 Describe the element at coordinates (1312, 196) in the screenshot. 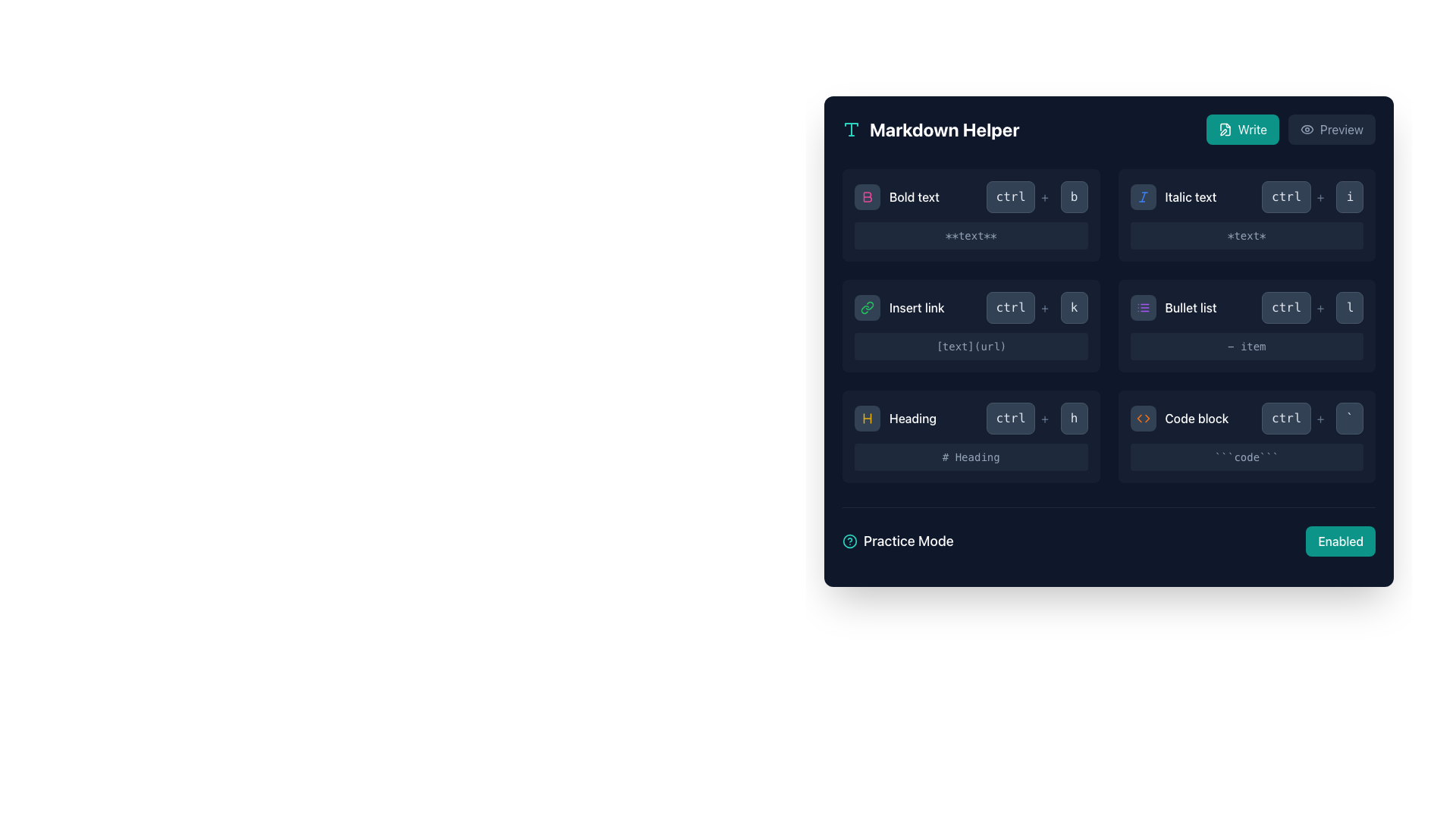

I see `the static display group that shows the keyboard shortcut ('ctrl + i') for italicizing text, positioned to the right of the 'Italic text' label` at that location.